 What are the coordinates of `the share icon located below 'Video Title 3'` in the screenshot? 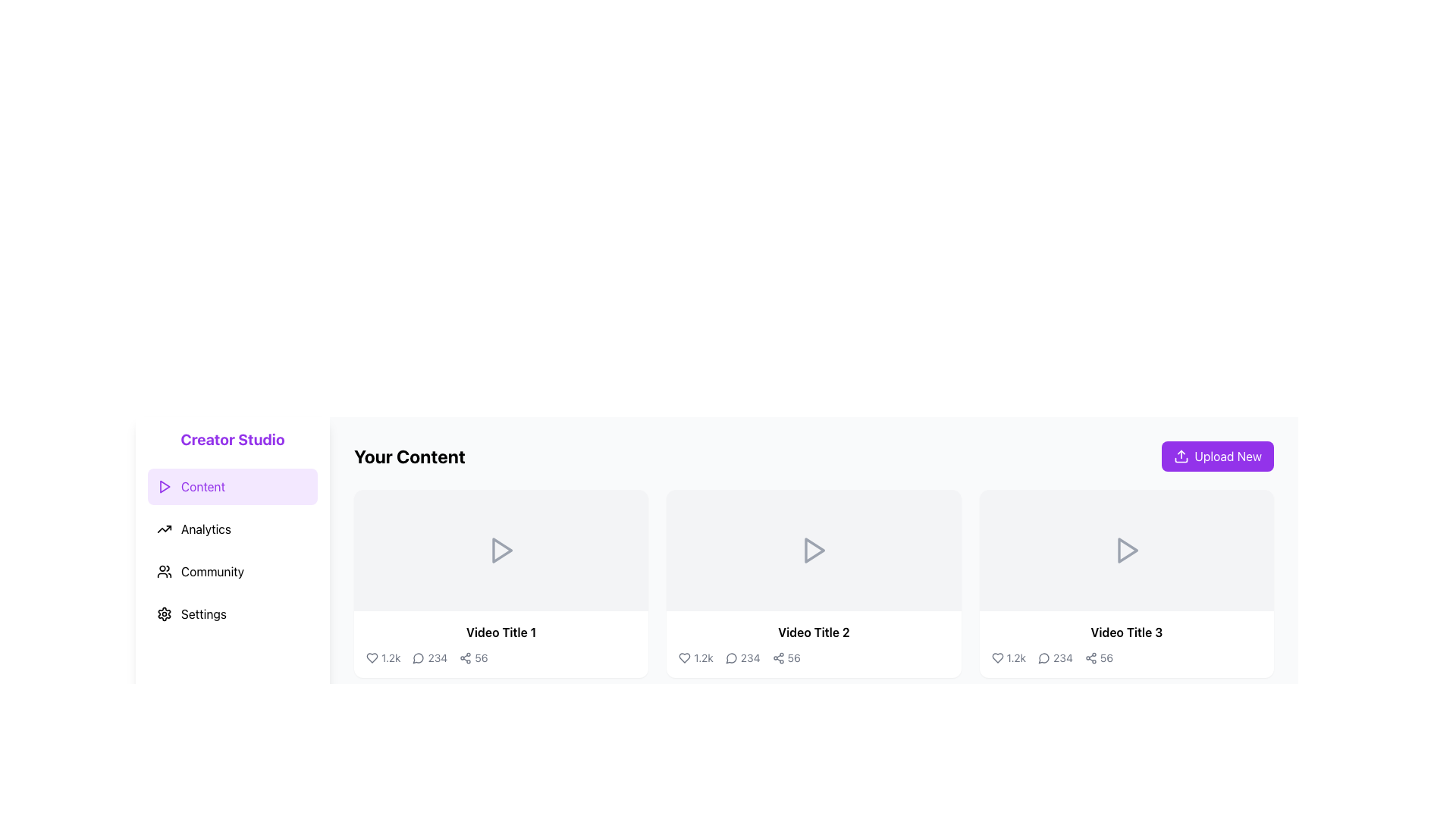 It's located at (1090, 657).